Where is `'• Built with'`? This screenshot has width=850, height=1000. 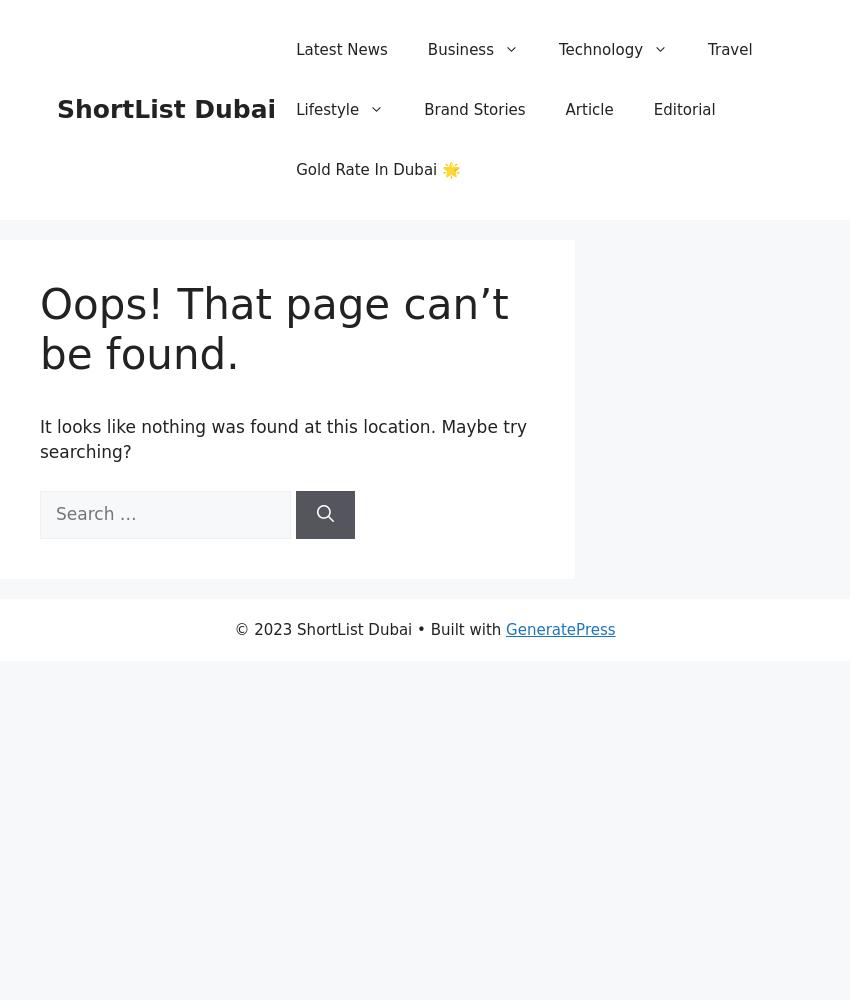
'• Built with' is located at coordinates (458, 629).